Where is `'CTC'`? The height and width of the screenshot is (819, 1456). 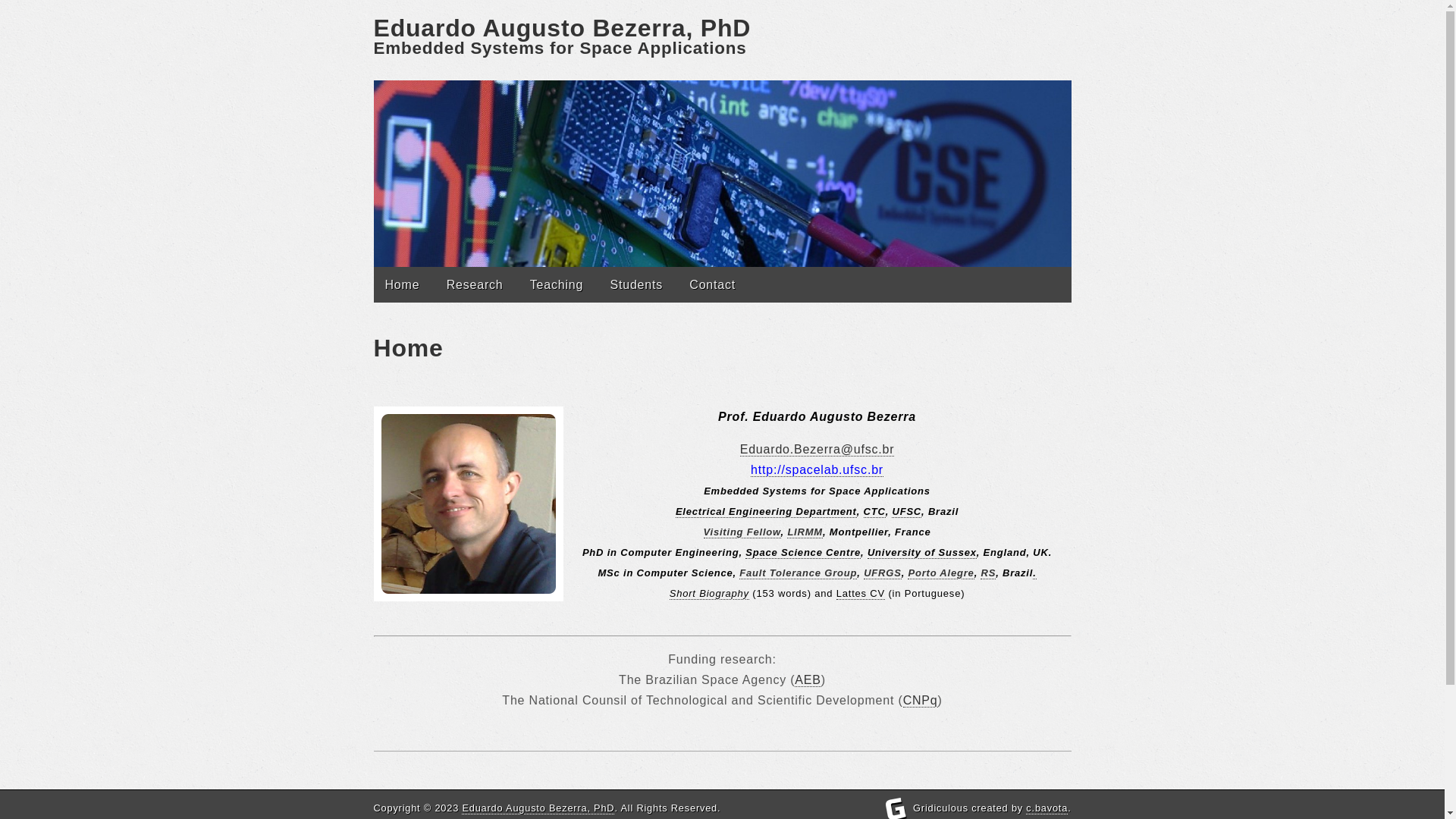
'CTC' is located at coordinates (874, 512).